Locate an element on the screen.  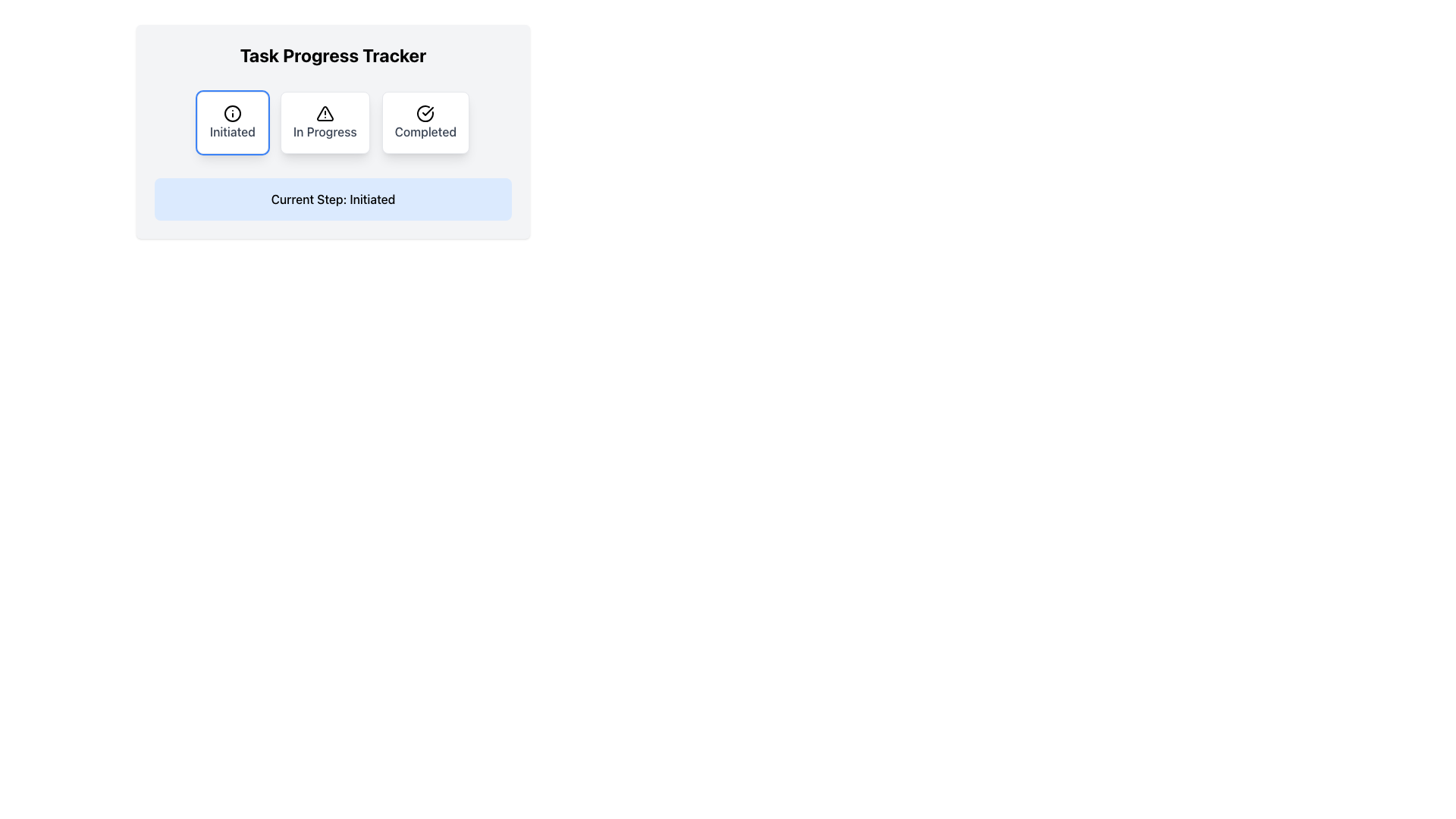
the 'Completed' status indicator, which is the third item in the horizontal list under the 'Task Progress Tracker' heading is located at coordinates (425, 122).